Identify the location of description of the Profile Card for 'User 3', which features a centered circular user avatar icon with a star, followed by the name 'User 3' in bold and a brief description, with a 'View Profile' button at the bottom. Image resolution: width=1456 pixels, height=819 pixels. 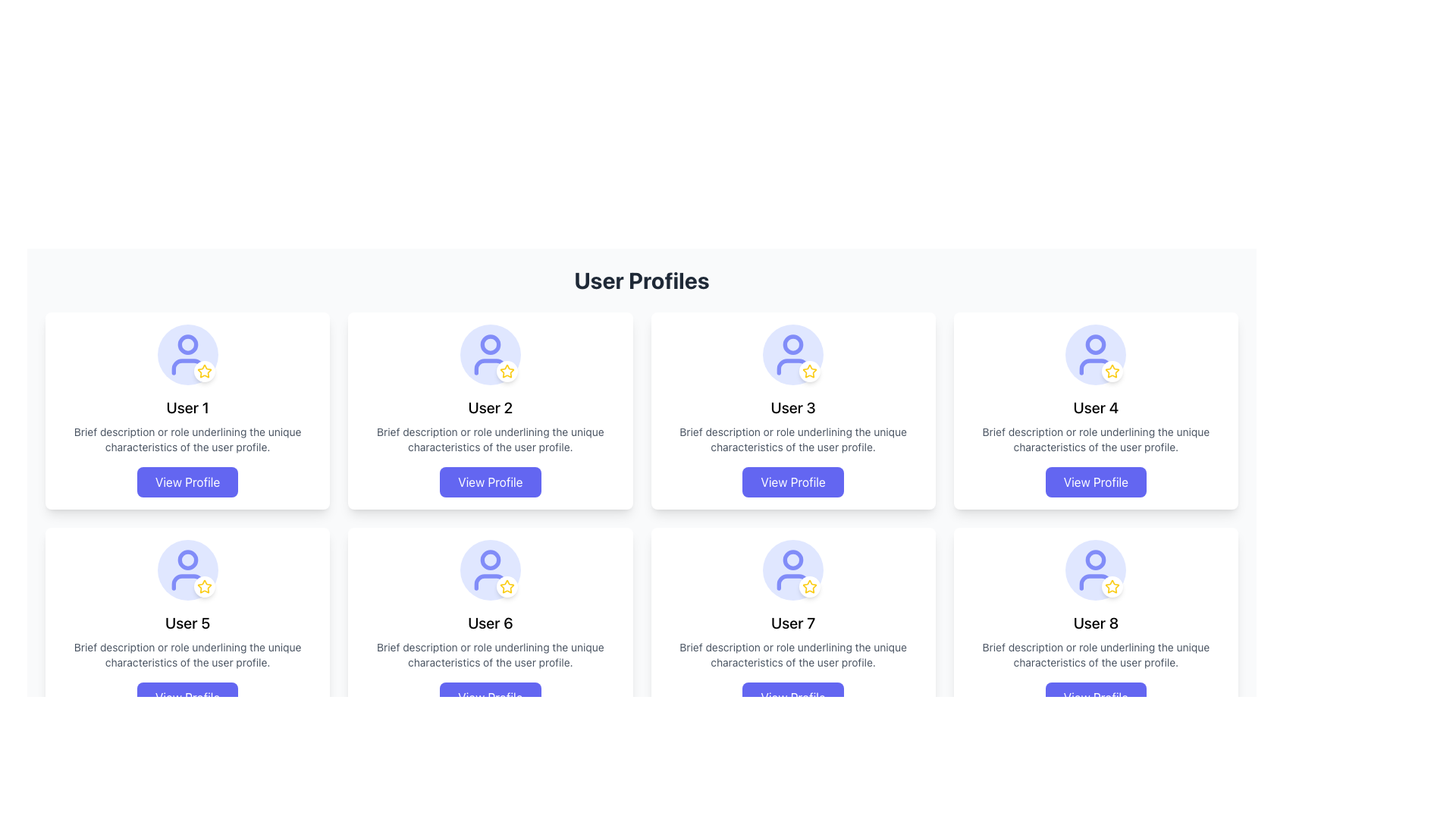
(792, 411).